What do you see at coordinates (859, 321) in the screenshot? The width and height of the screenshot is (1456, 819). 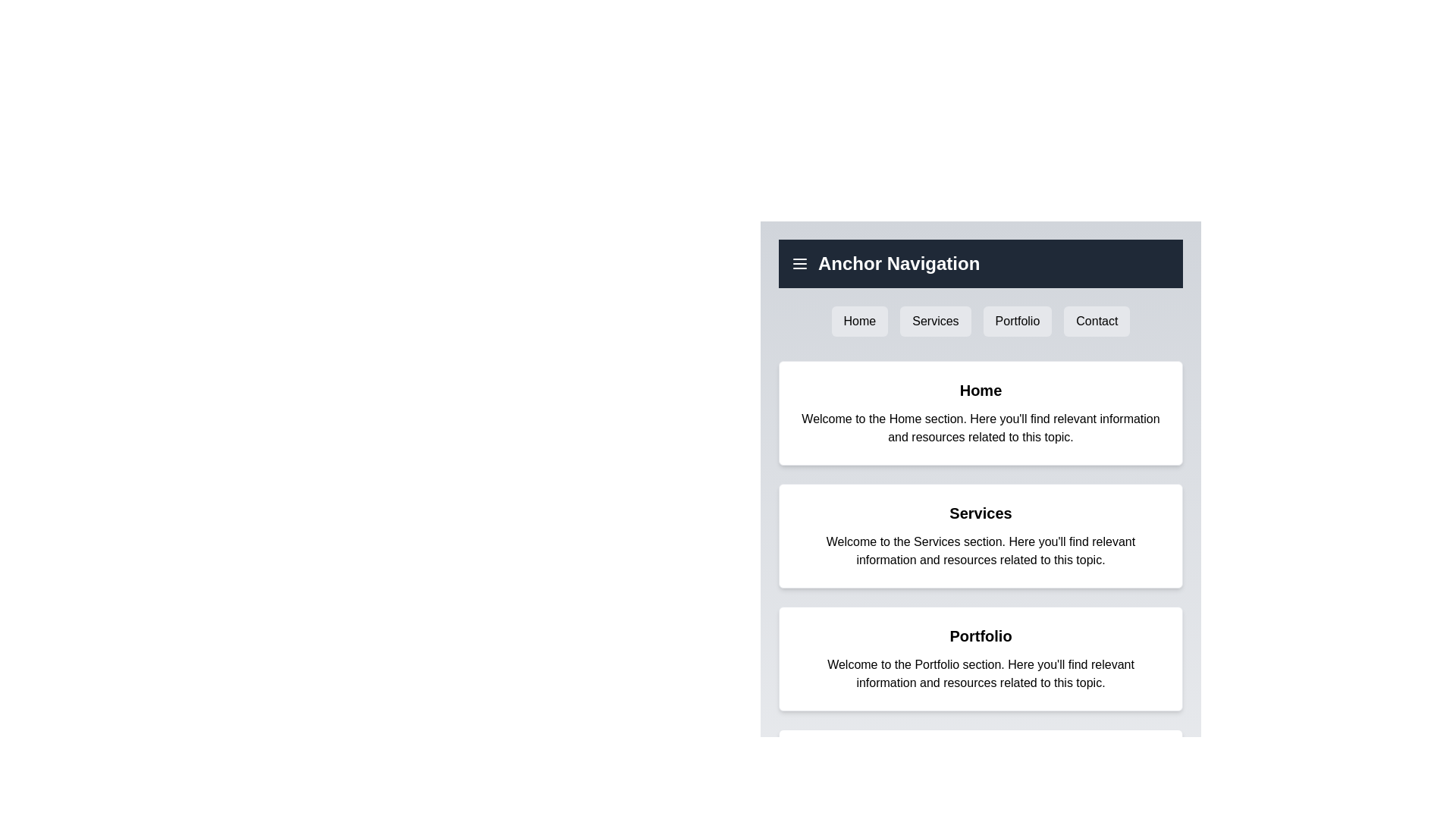 I see `the 'Home' button, which is the first item in the navigation bar at the top of the interface` at bounding box center [859, 321].